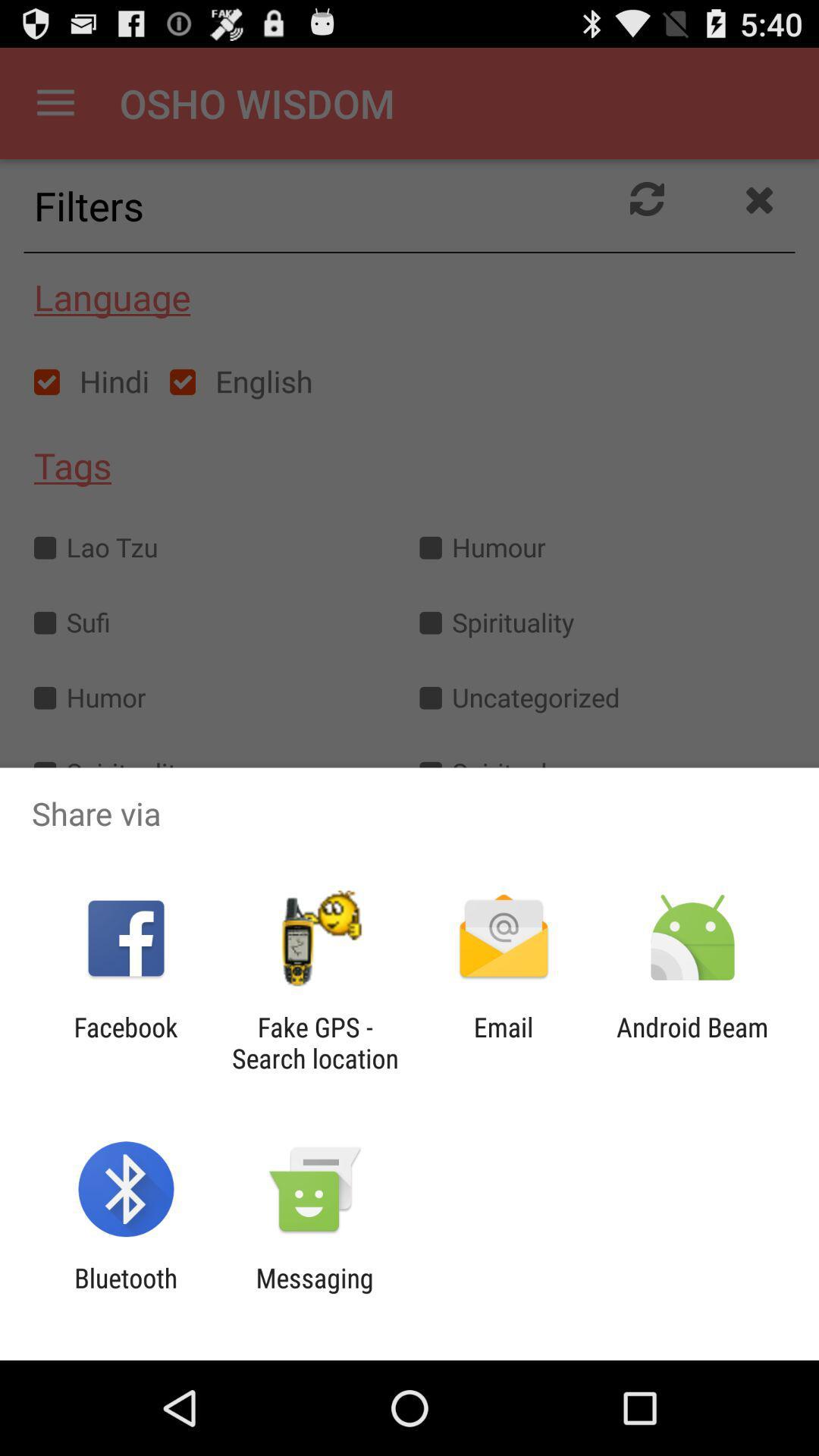 The height and width of the screenshot is (1456, 819). What do you see at coordinates (314, 1293) in the screenshot?
I see `messaging app` at bounding box center [314, 1293].